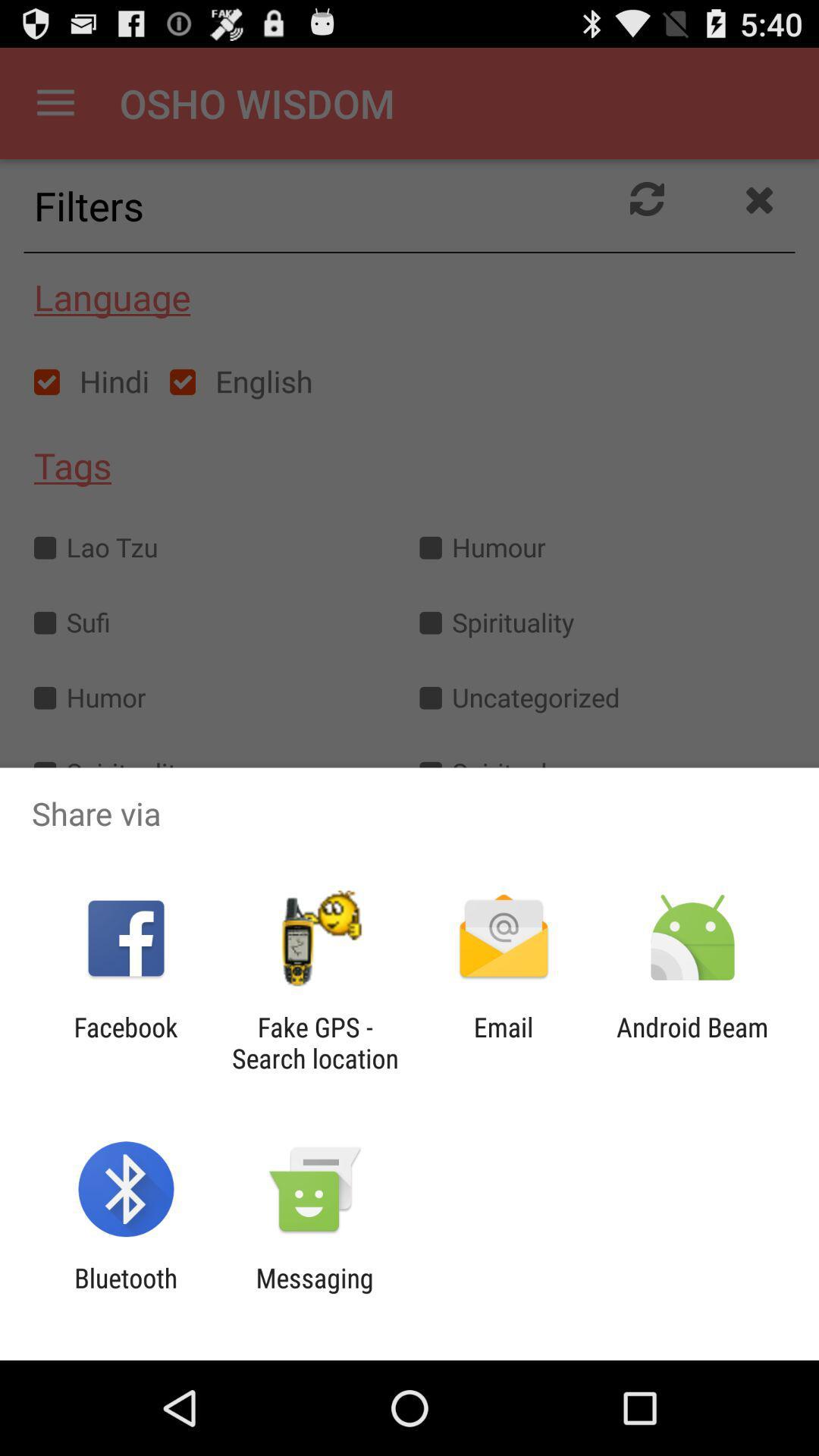 The height and width of the screenshot is (1456, 819). What do you see at coordinates (314, 1293) in the screenshot?
I see `messaging app` at bounding box center [314, 1293].